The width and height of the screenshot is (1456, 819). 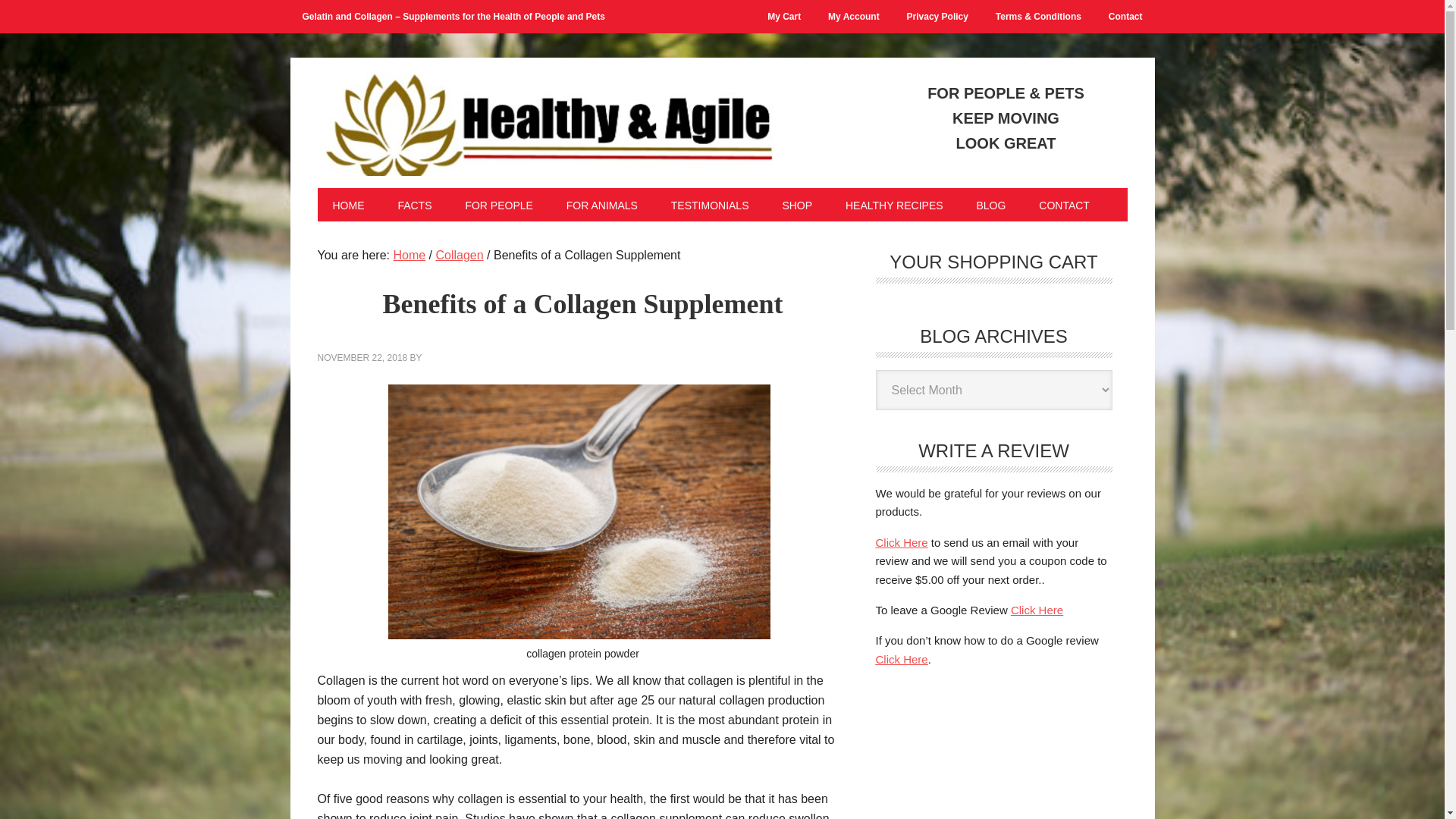 What do you see at coordinates (544, 118) in the screenshot?
I see `'HEALTHY AND AGILE'` at bounding box center [544, 118].